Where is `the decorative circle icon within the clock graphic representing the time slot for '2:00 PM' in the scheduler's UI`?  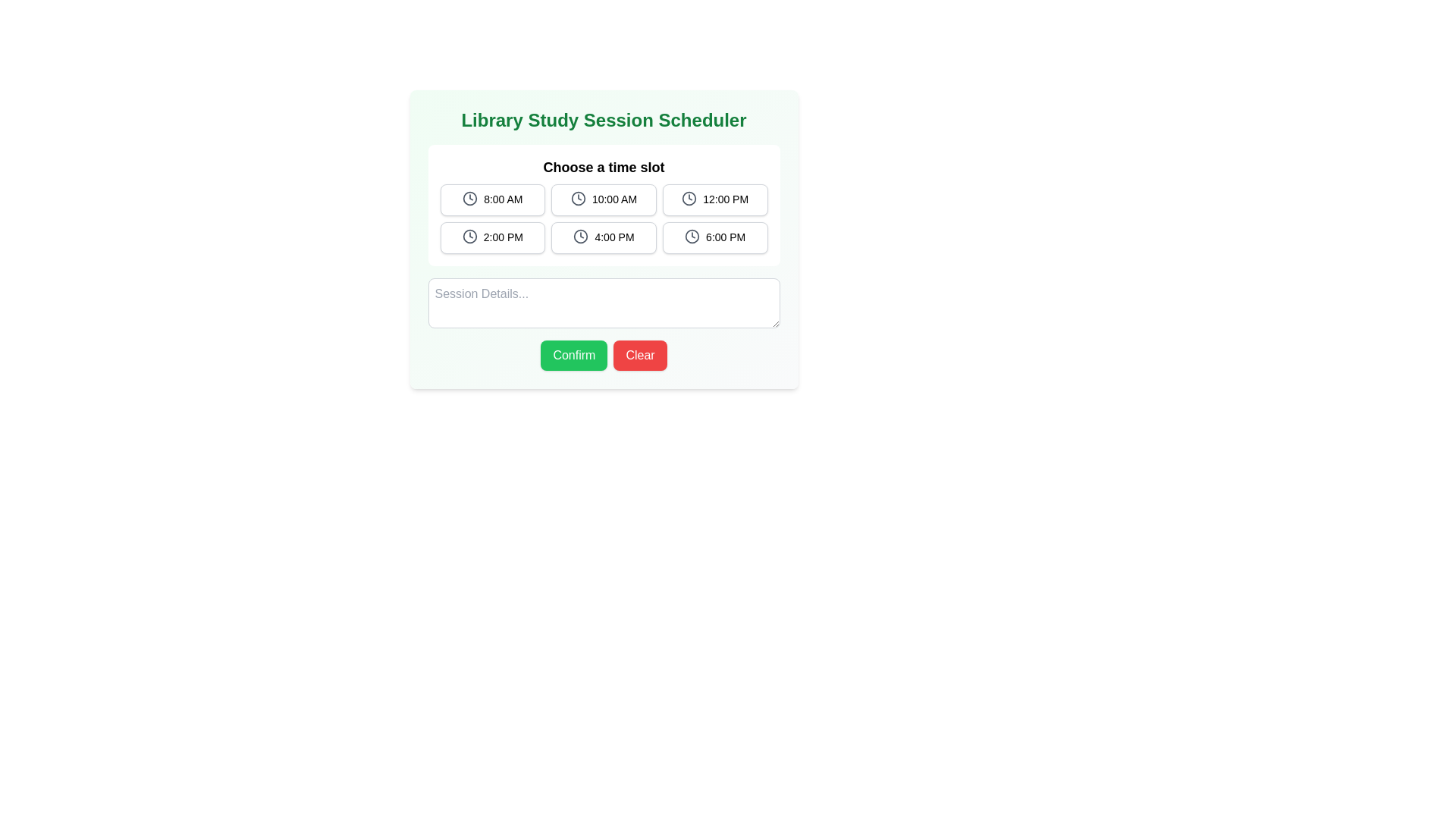 the decorative circle icon within the clock graphic representing the time slot for '2:00 PM' in the scheduler's UI is located at coordinates (469, 237).